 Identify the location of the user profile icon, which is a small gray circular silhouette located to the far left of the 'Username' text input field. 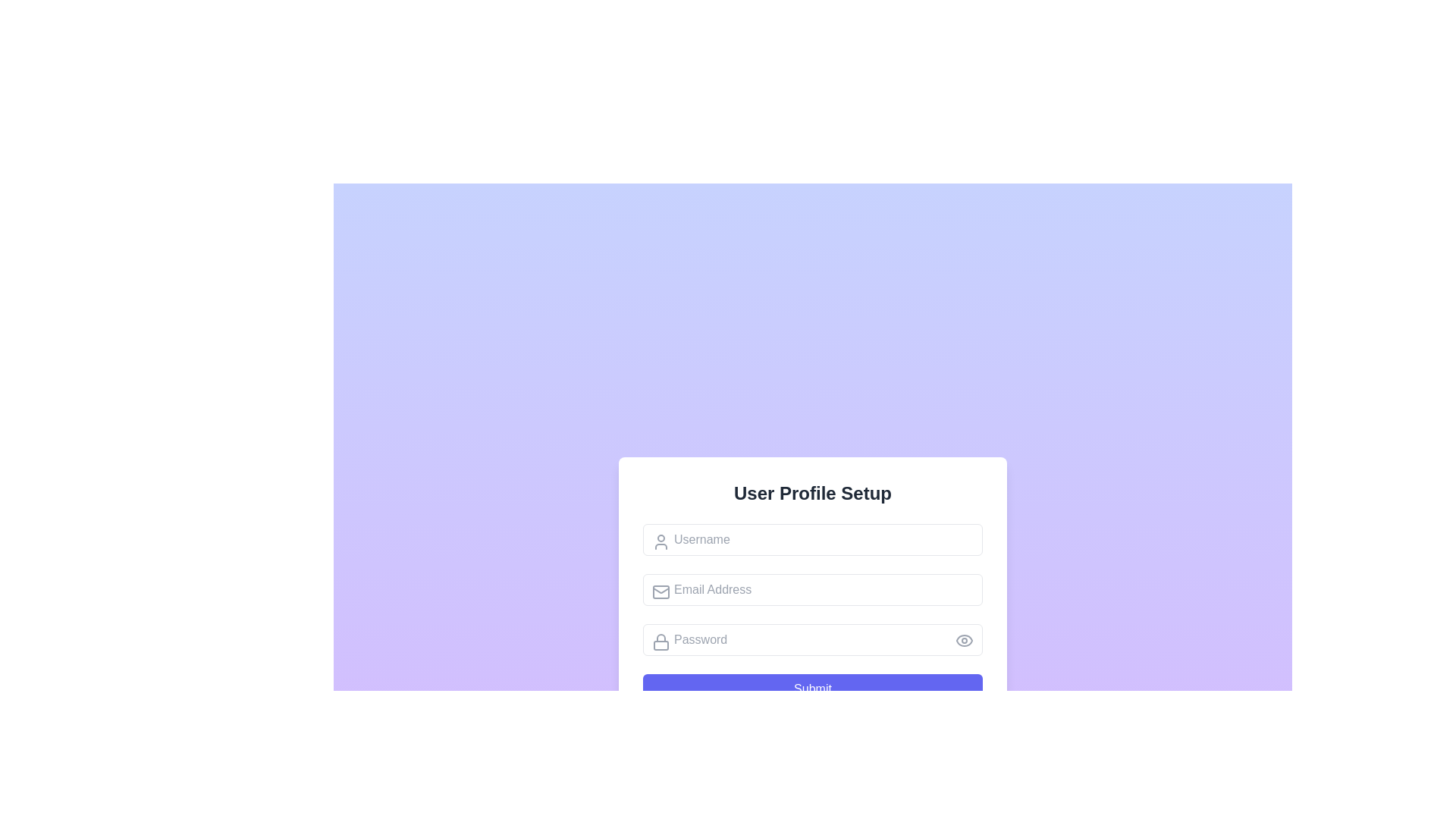
(661, 541).